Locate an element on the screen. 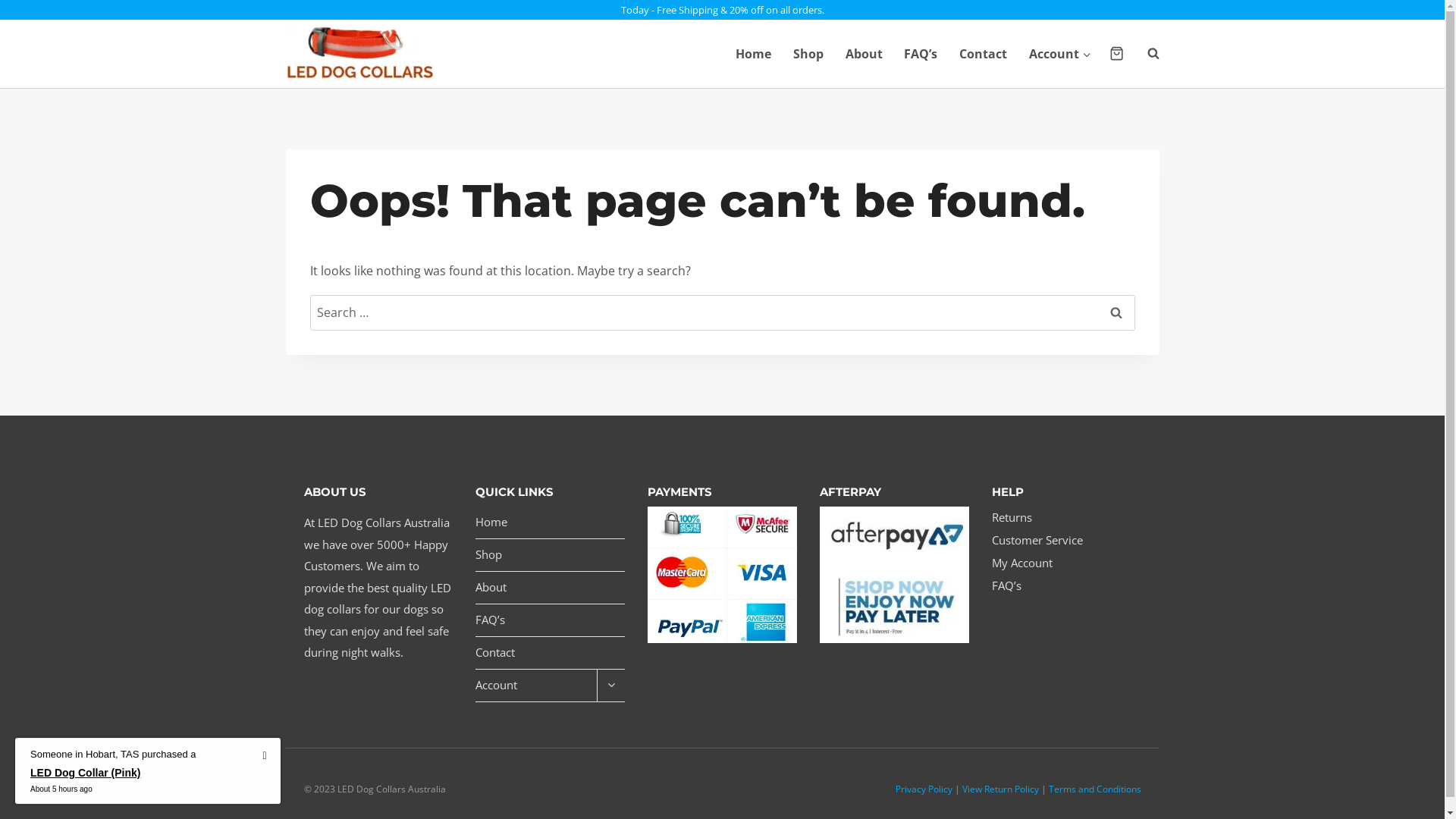  'Home' is located at coordinates (475, 522).